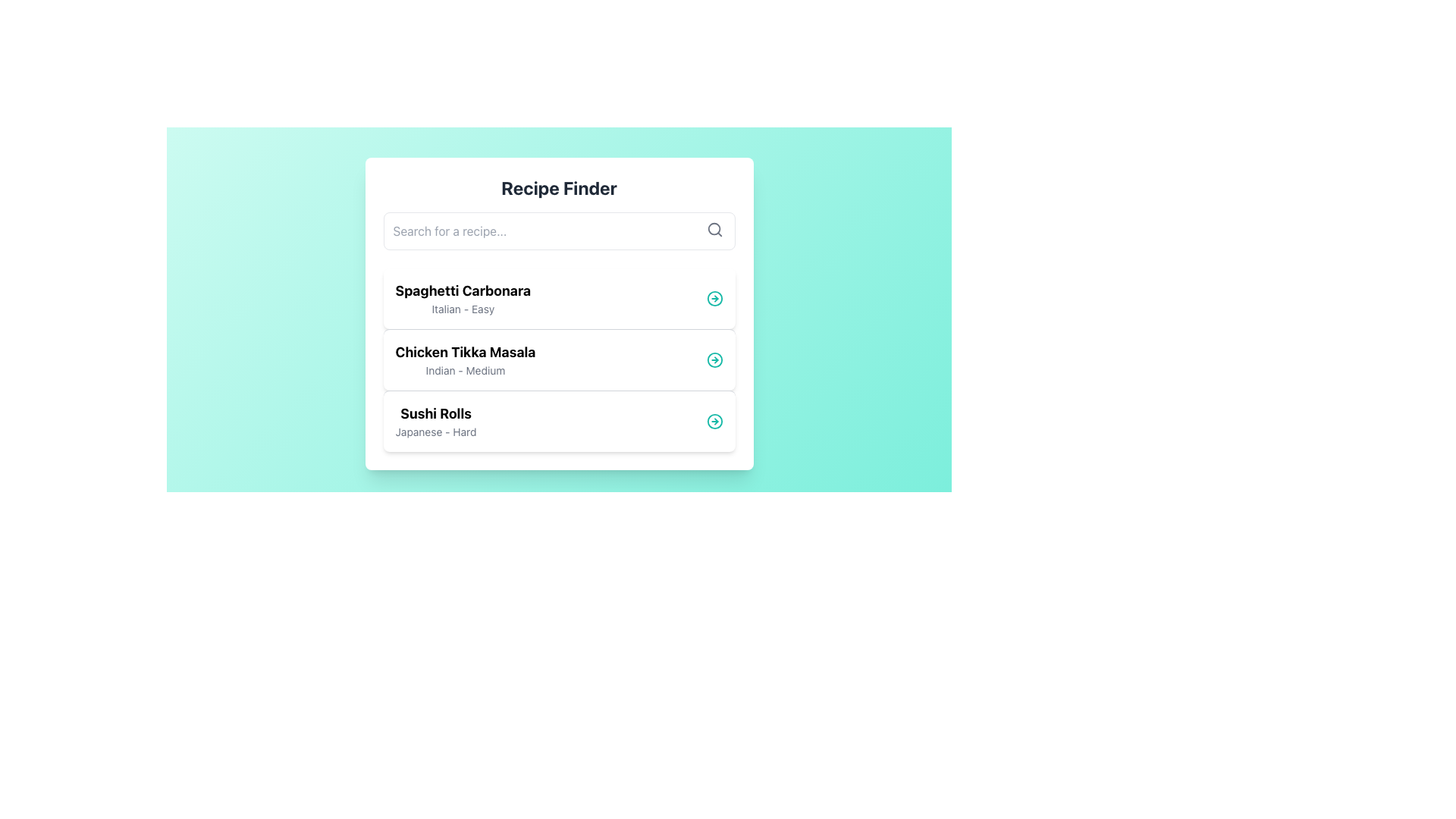  I want to click on the inner SVG Circle icon associated with the 'Chicken Tikka Masala' item, located on the right side of the second list item in the vertical list, so click(714, 359).